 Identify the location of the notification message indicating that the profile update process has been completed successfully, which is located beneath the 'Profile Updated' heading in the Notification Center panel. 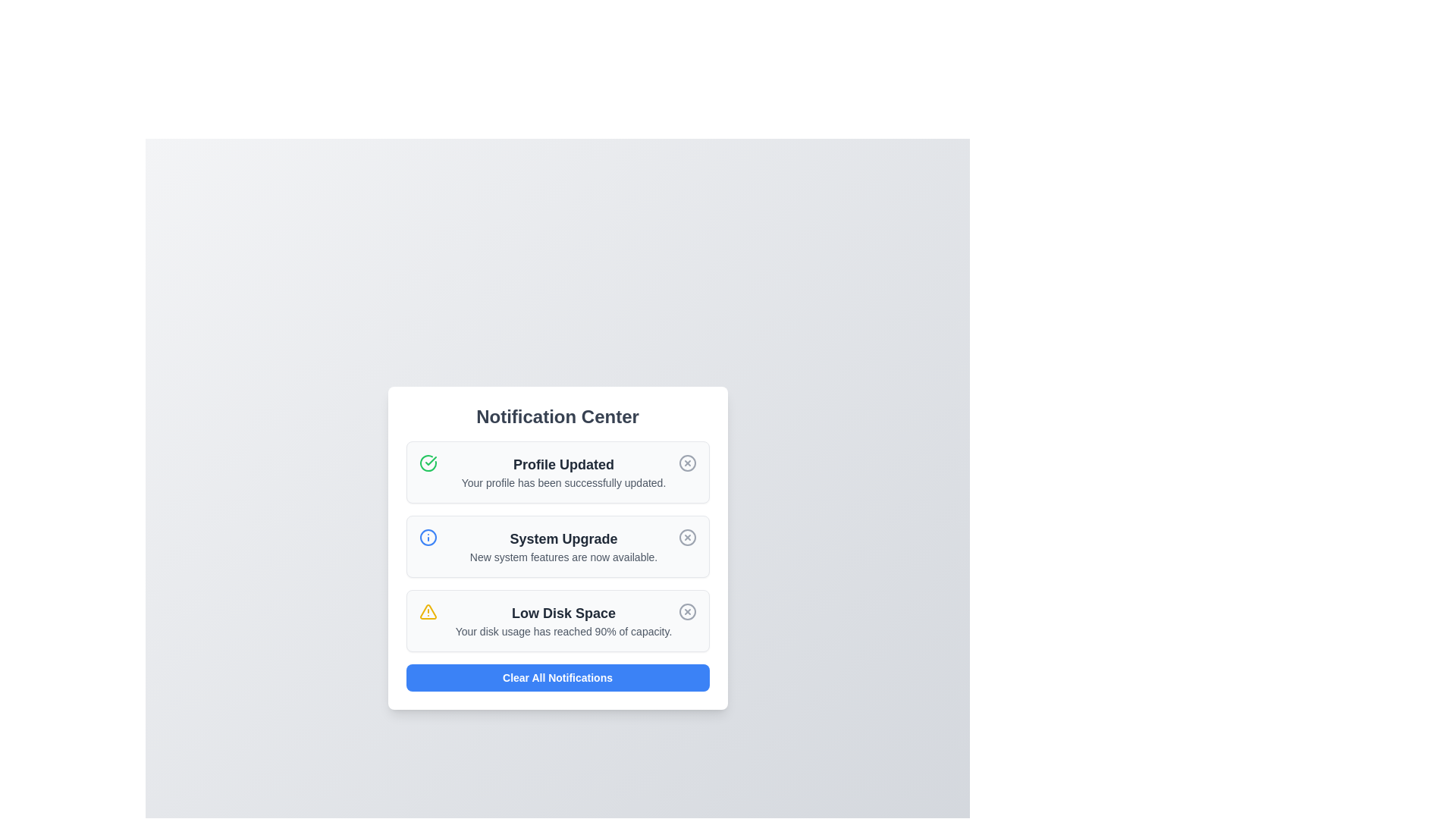
(563, 482).